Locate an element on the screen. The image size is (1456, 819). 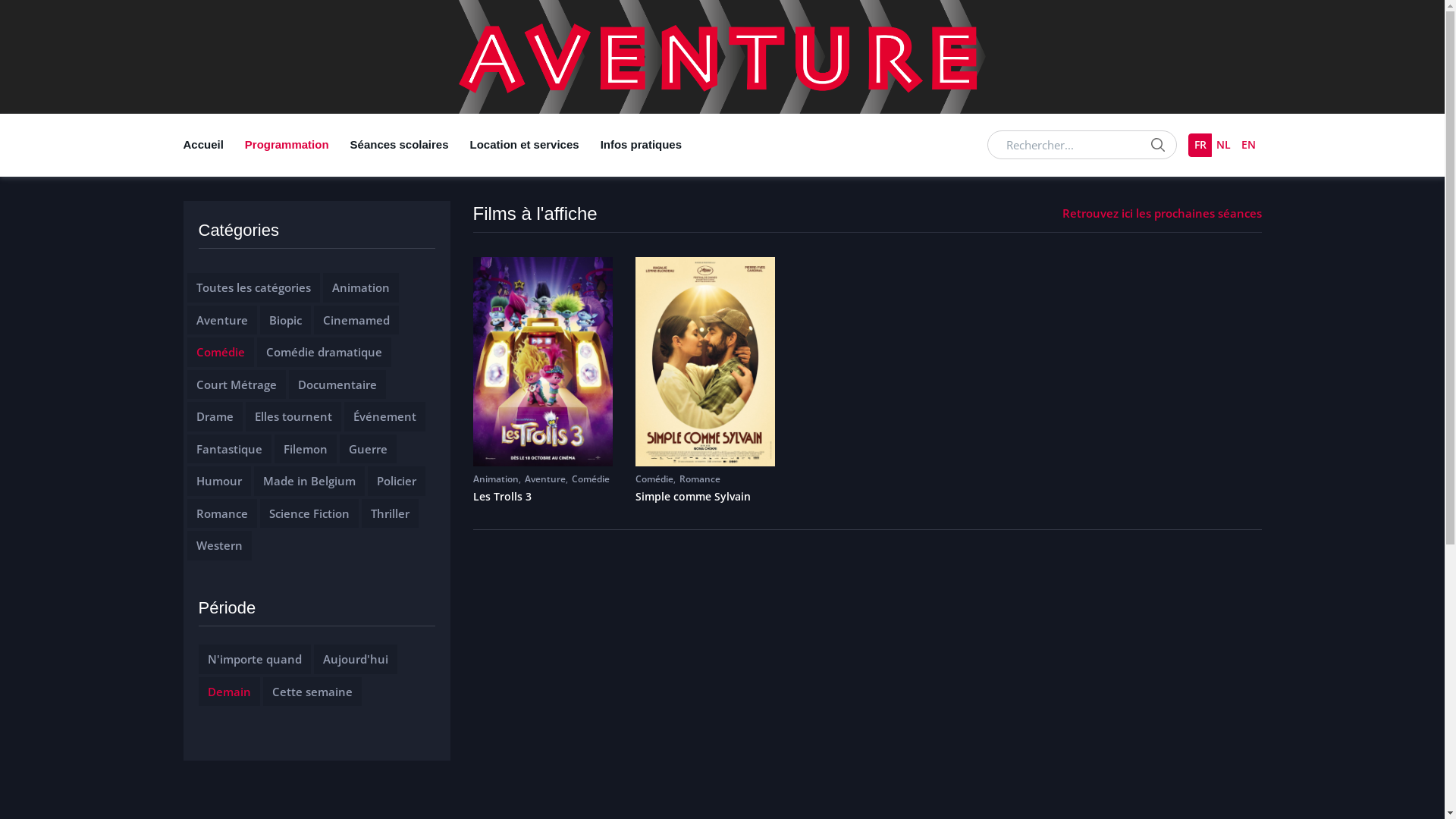
'Thriller' is located at coordinates (370, 513).